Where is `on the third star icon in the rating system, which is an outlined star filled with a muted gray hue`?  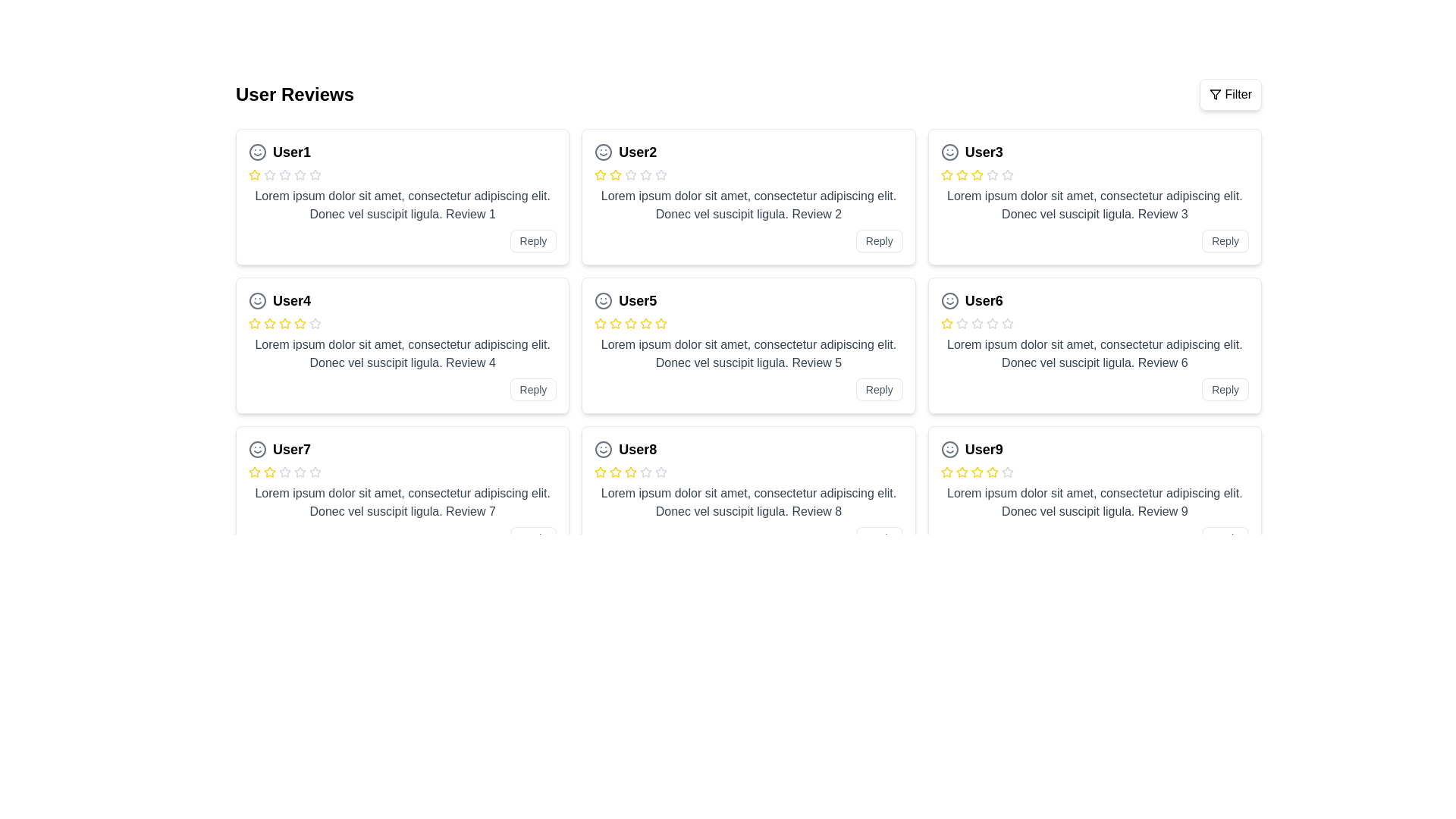
on the third star icon in the rating system, which is an outlined star filled with a muted gray hue is located at coordinates (269, 174).